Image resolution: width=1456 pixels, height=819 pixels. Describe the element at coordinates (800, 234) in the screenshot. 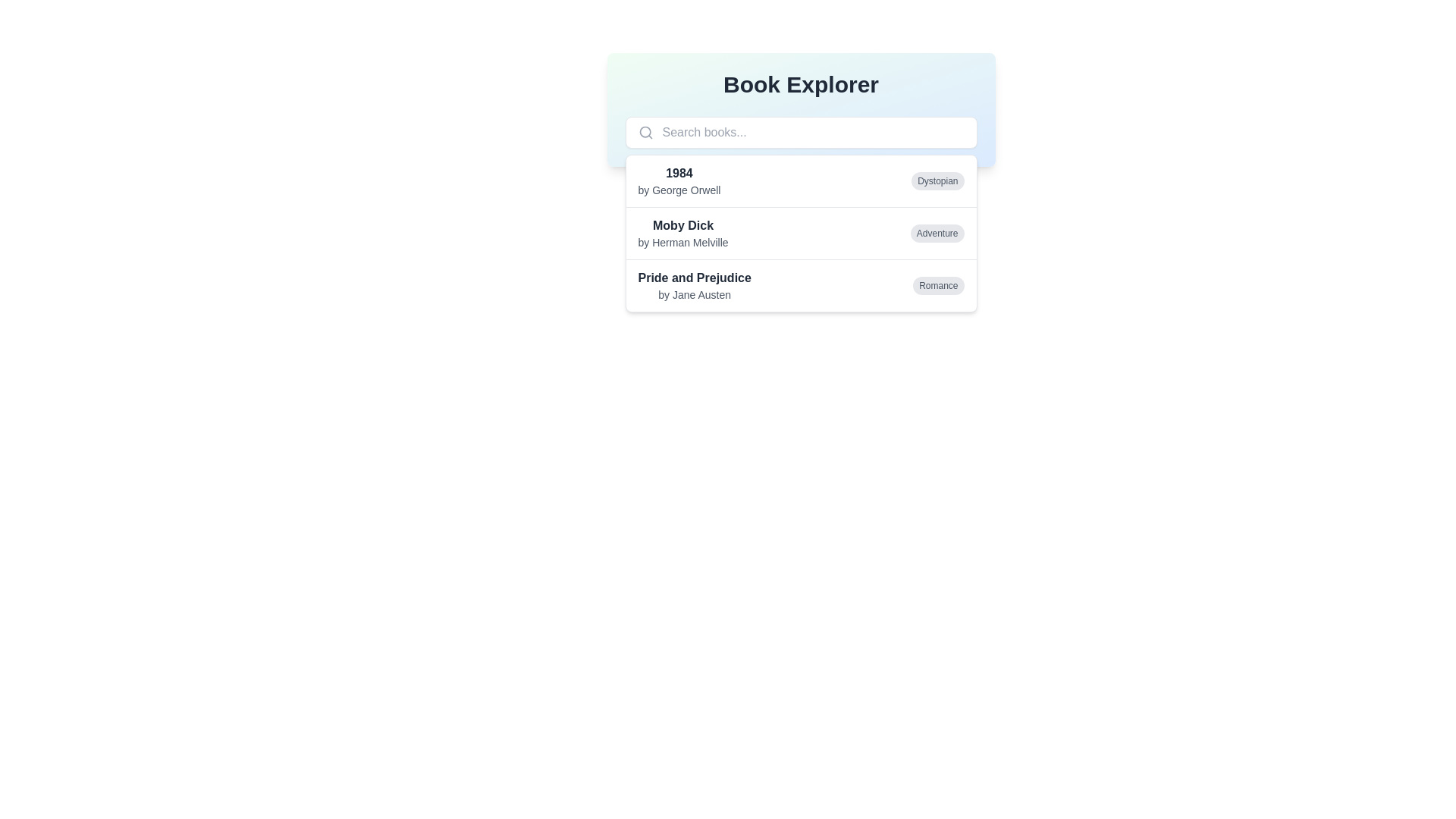

I see `the second entry in the dropdown list, which displays 'Moby Dick' by Herman Melville` at that location.